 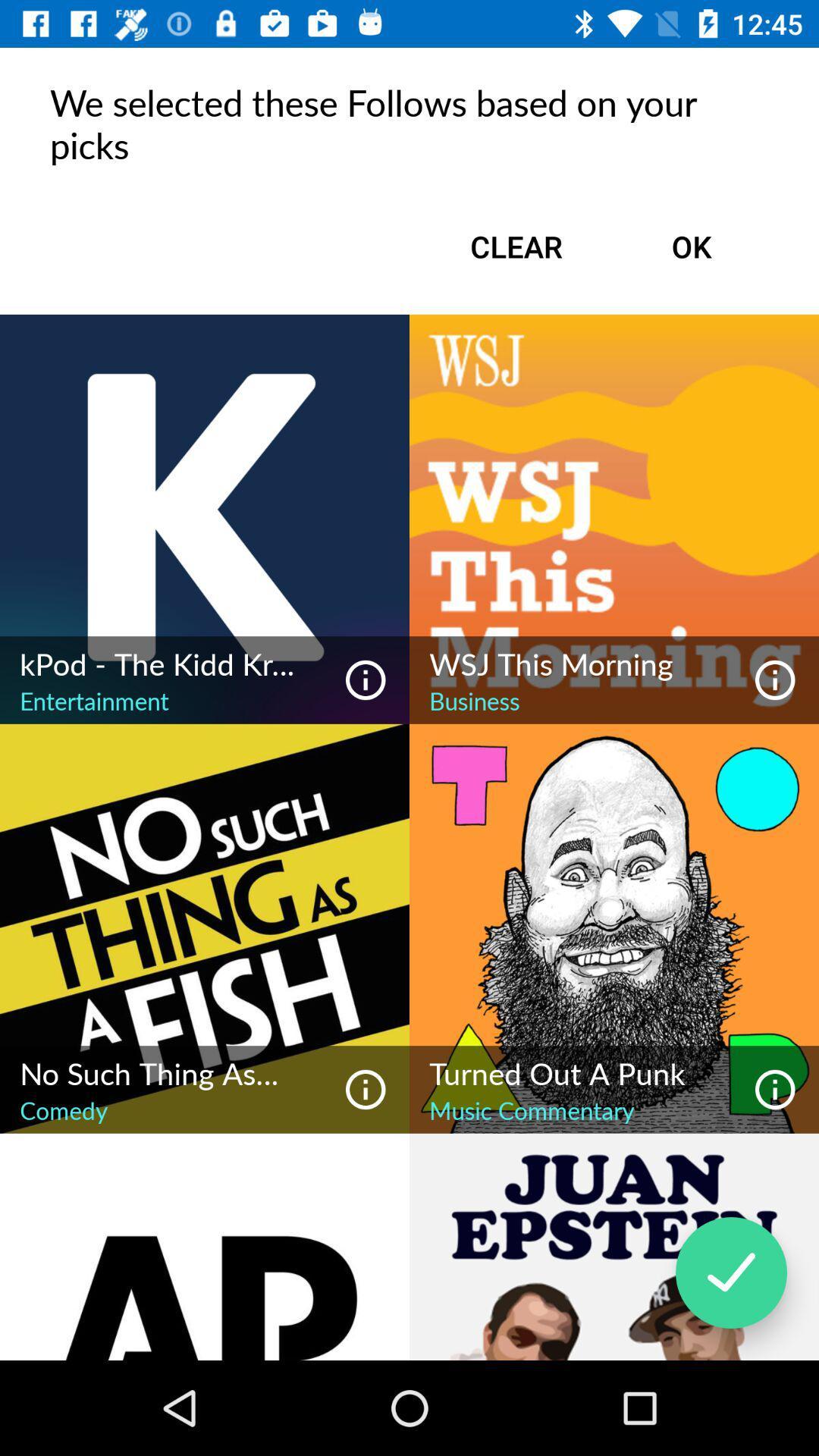 I want to click on ok icon, so click(x=691, y=246).